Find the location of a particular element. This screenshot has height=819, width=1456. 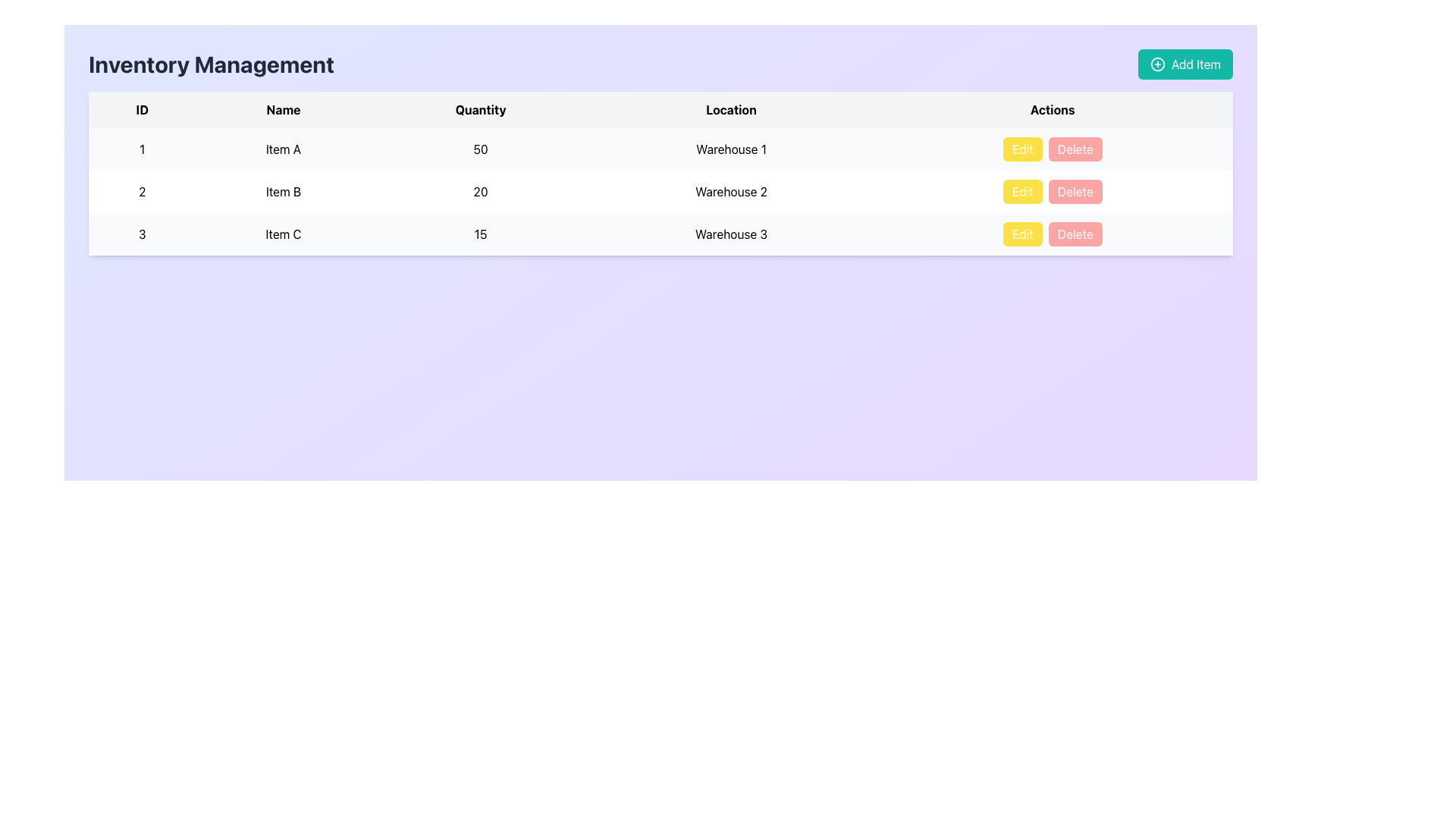

the icon located to the left of the 'Add Item' button in the top-right corner of the interface is located at coordinates (1156, 63).